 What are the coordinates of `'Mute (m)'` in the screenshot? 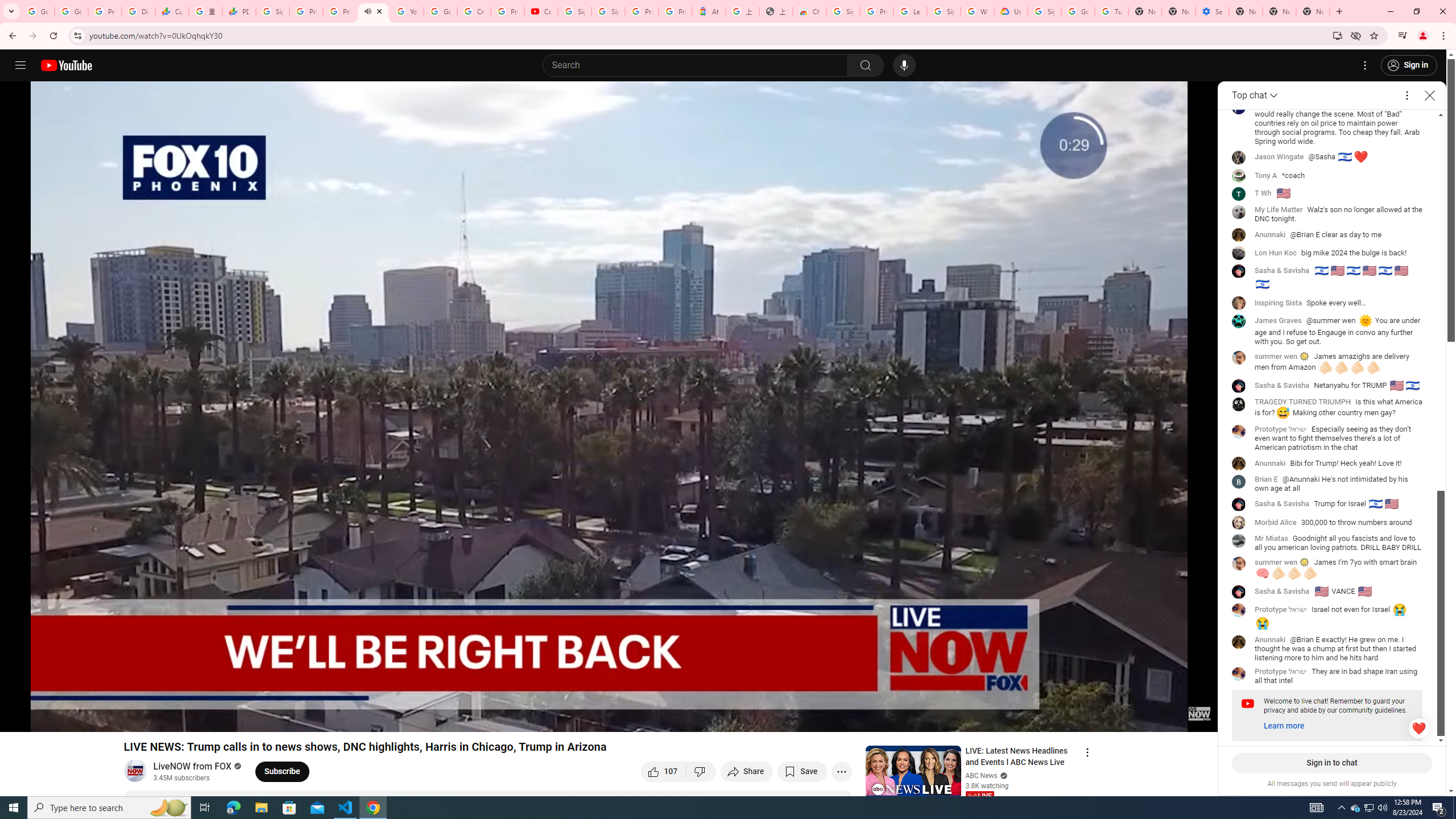 It's located at (73, 717).